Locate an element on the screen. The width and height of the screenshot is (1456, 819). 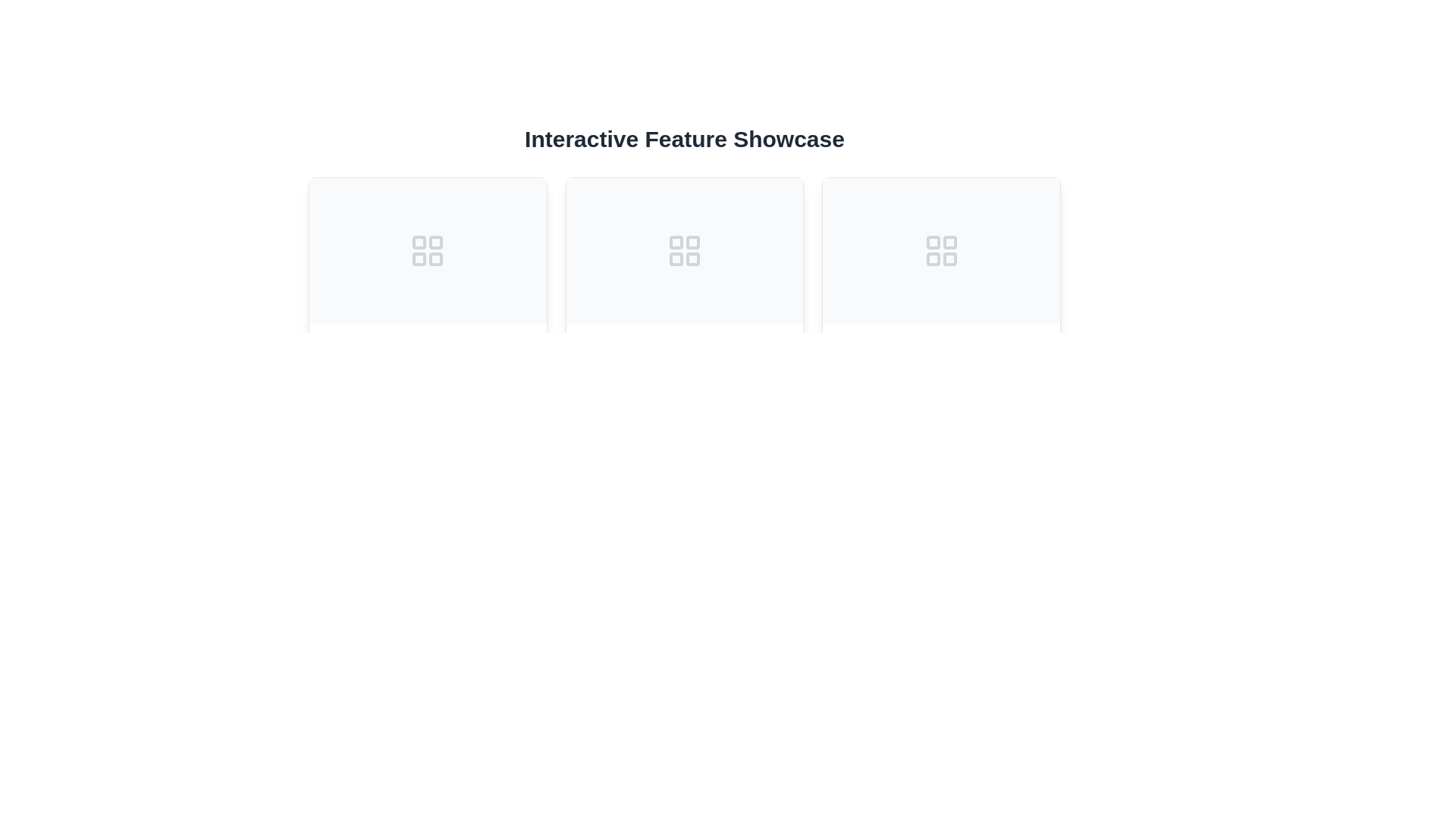
the appearance of the bottom-left square of the grid icon within the 'Interactive Feature Showcase' section is located at coordinates (419, 259).